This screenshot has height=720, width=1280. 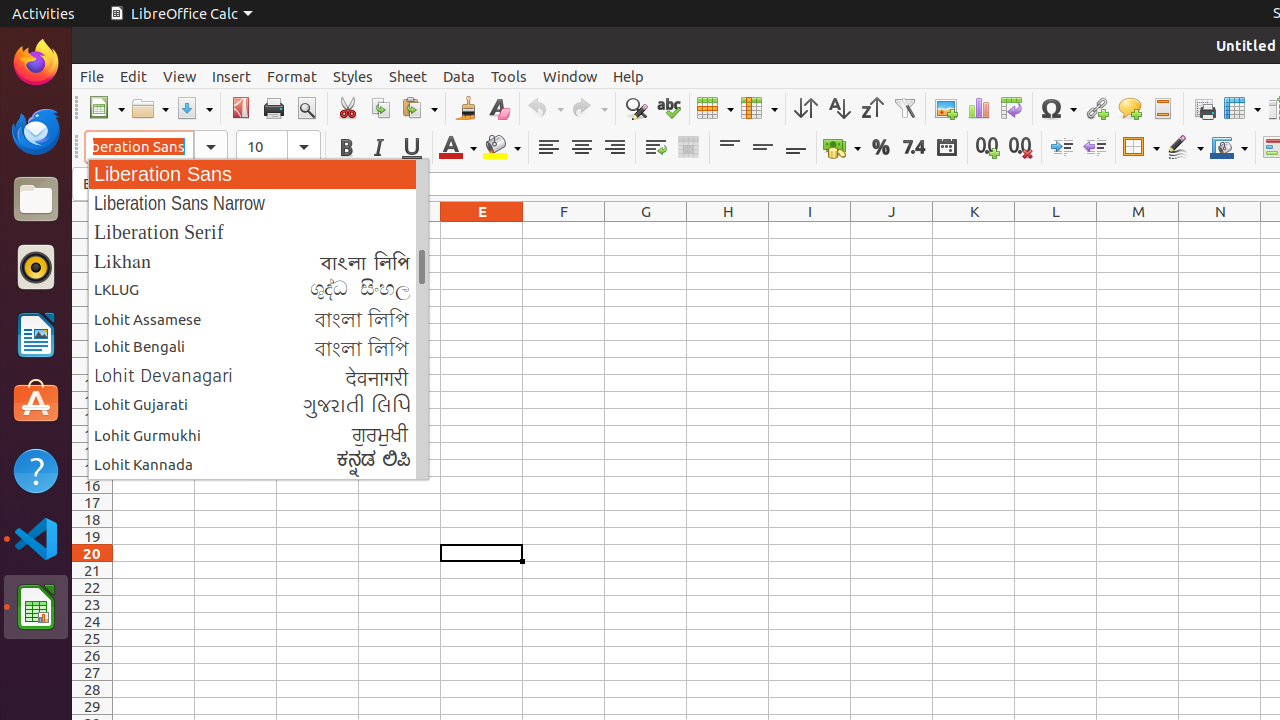 What do you see at coordinates (568, 75) in the screenshot?
I see `'Window'` at bounding box center [568, 75].